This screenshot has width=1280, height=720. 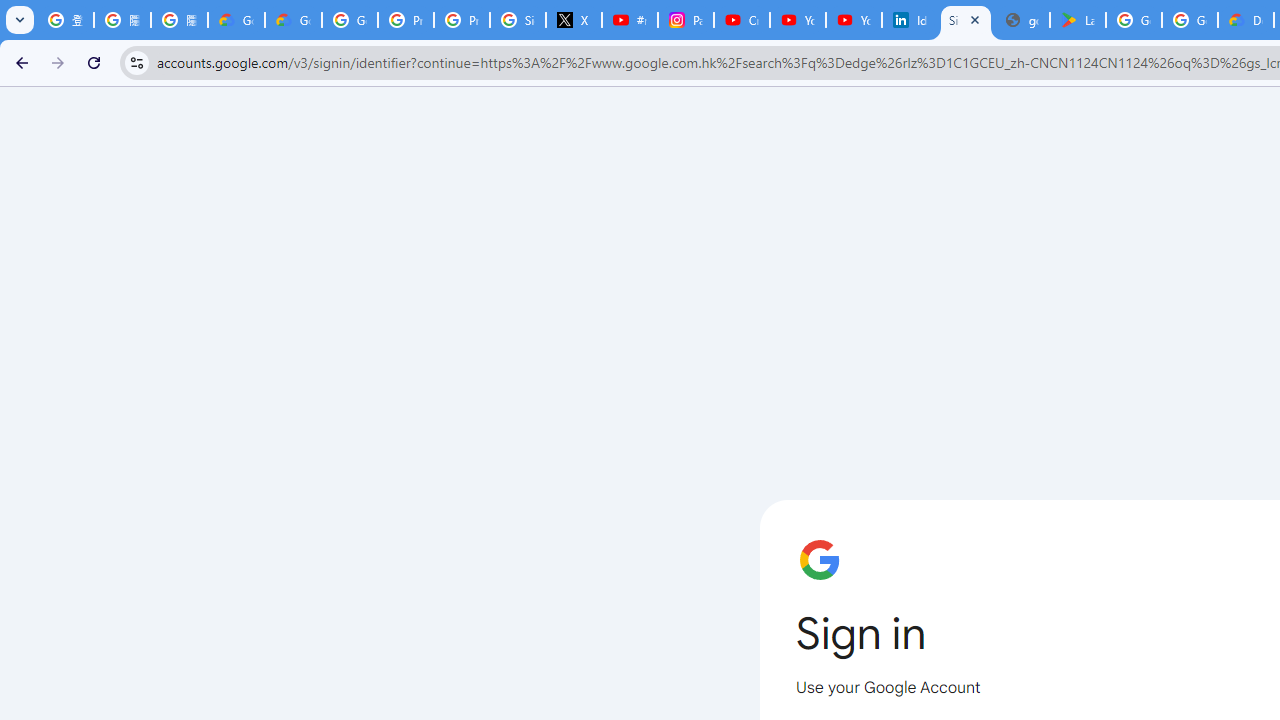 I want to click on 'YouTube Culture & Trends - YouTube Top 10, 2021', so click(x=853, y=20).